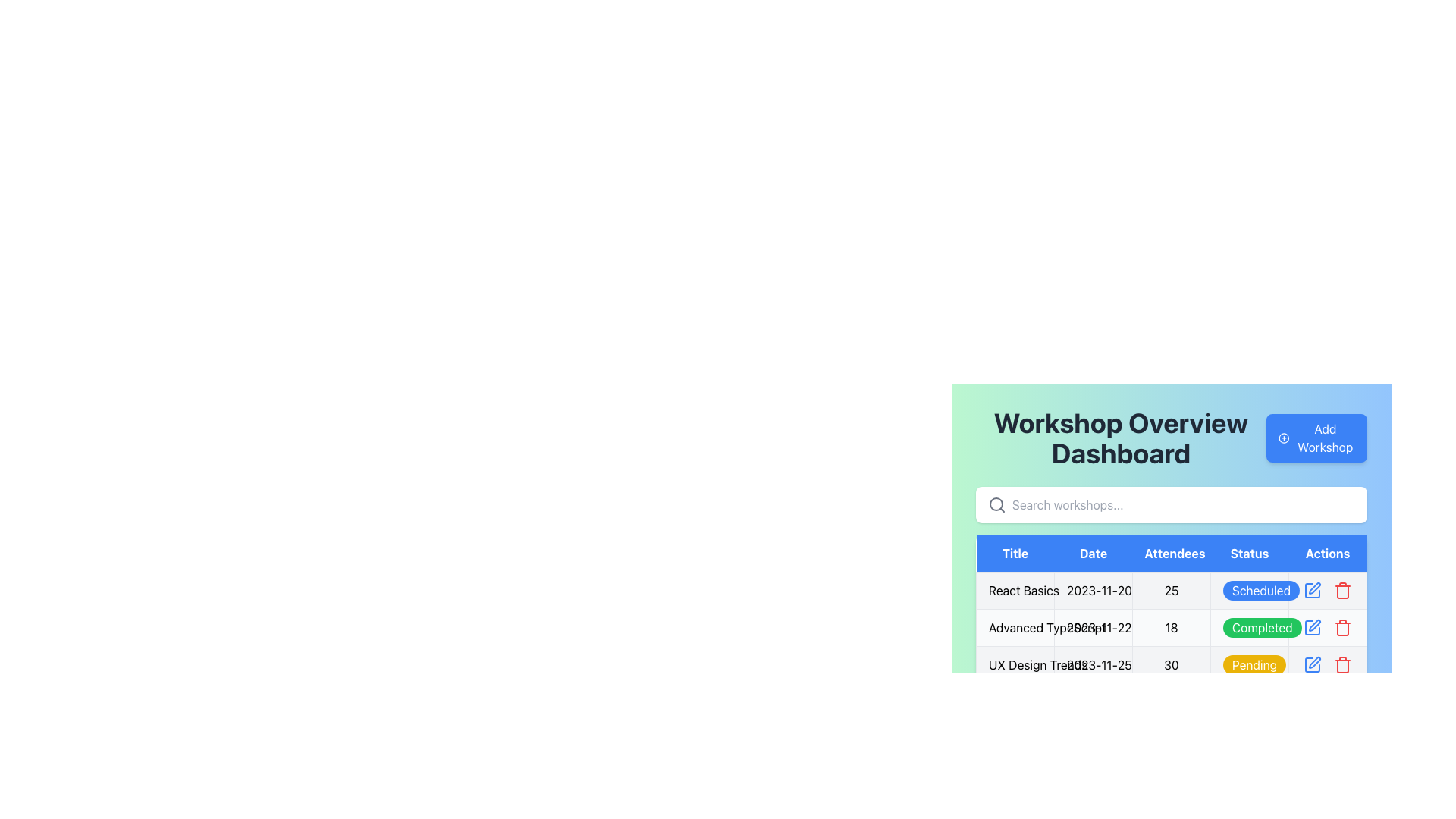 The image size is (1456, 819). Describe the element at coordinates (1313, 626) in the screenshot. I see `the edit icon button located in the 'Actions' column of the second row in the table` at that location.